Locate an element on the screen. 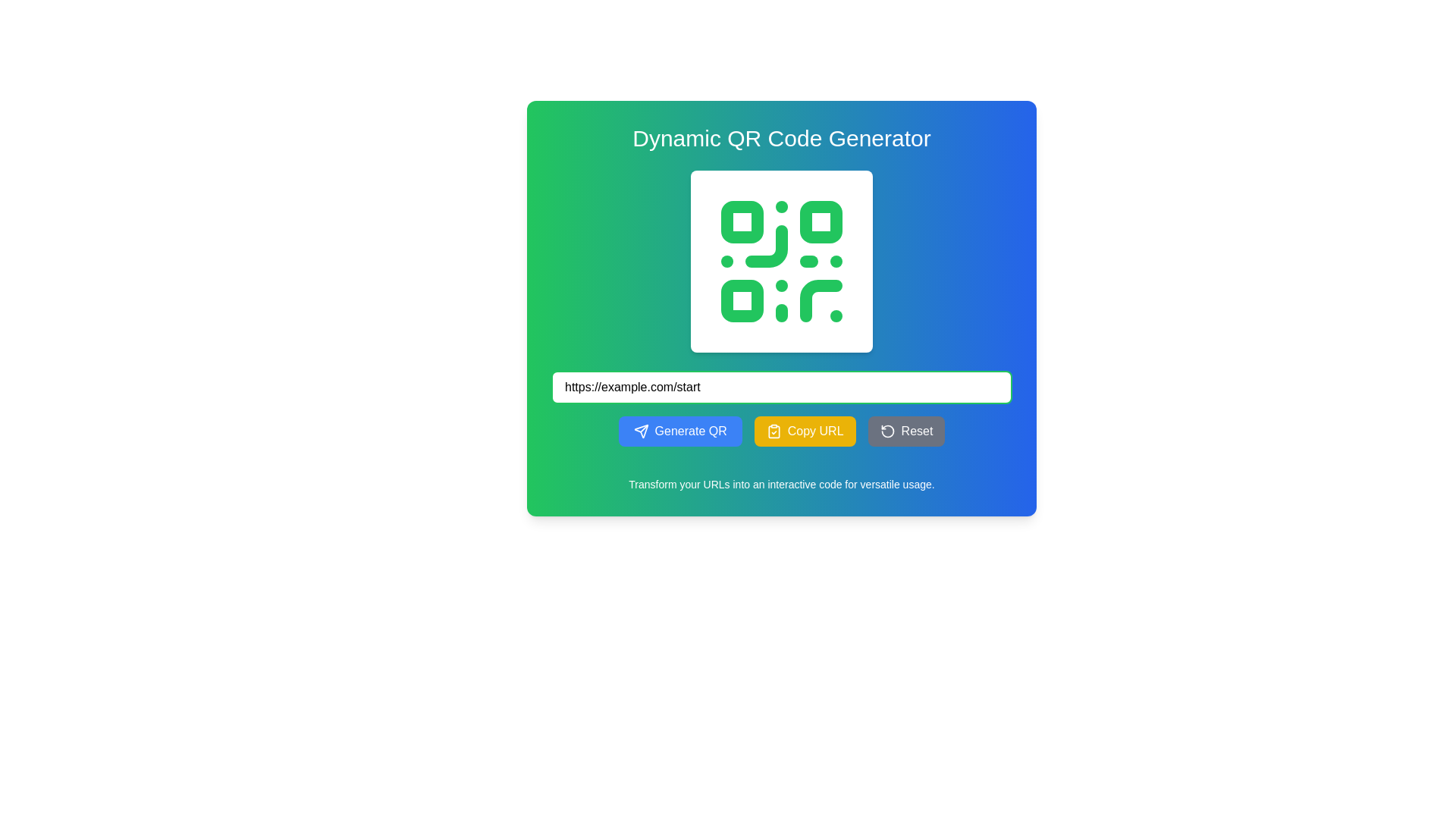 This screenshot has width=1456, height=819. the decorative SVG-based clipboard icon element located to the left of the 'Copy URL' button is located at coordinates (773, 431).